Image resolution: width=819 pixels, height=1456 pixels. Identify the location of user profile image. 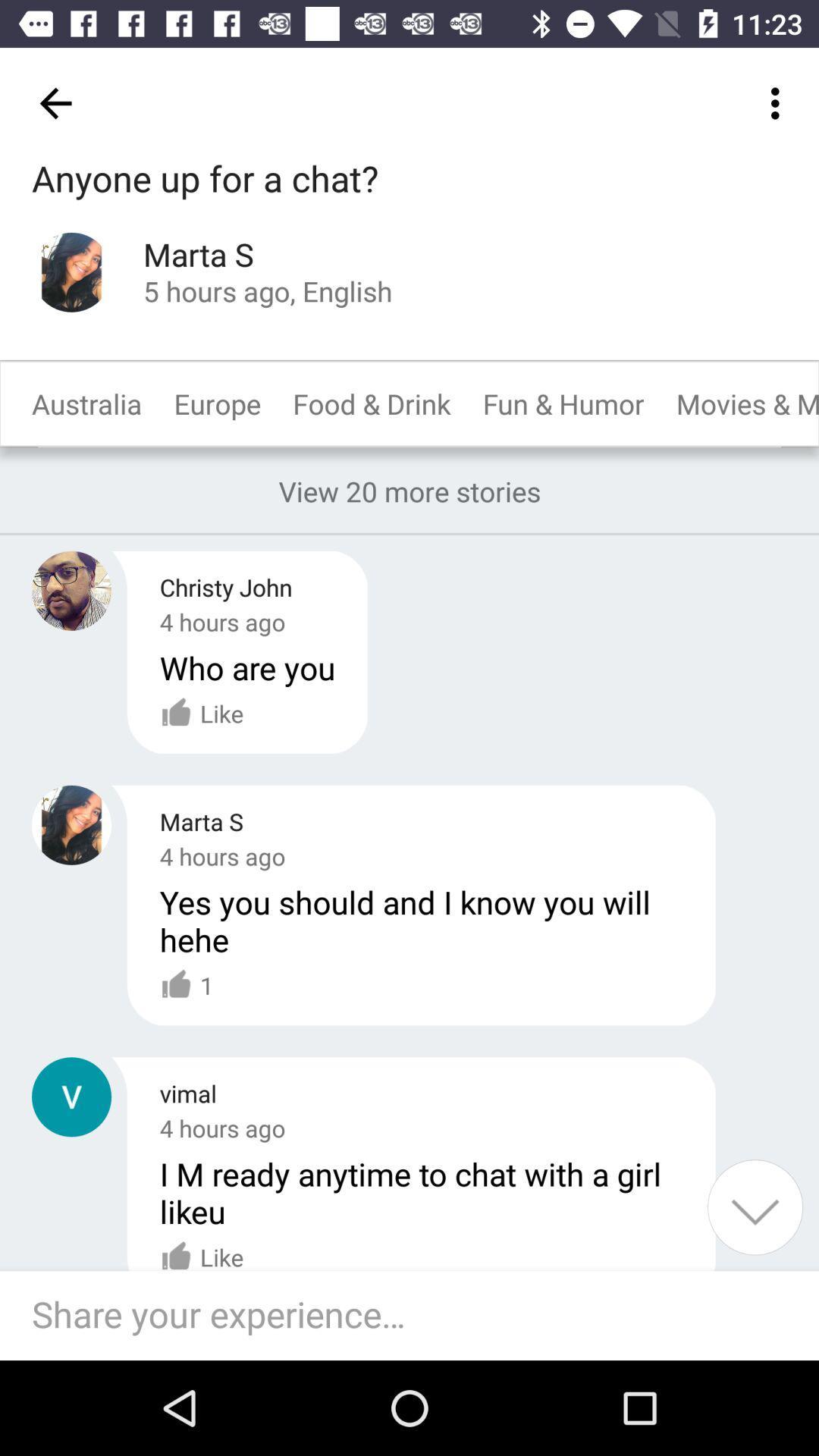
(71, 590).